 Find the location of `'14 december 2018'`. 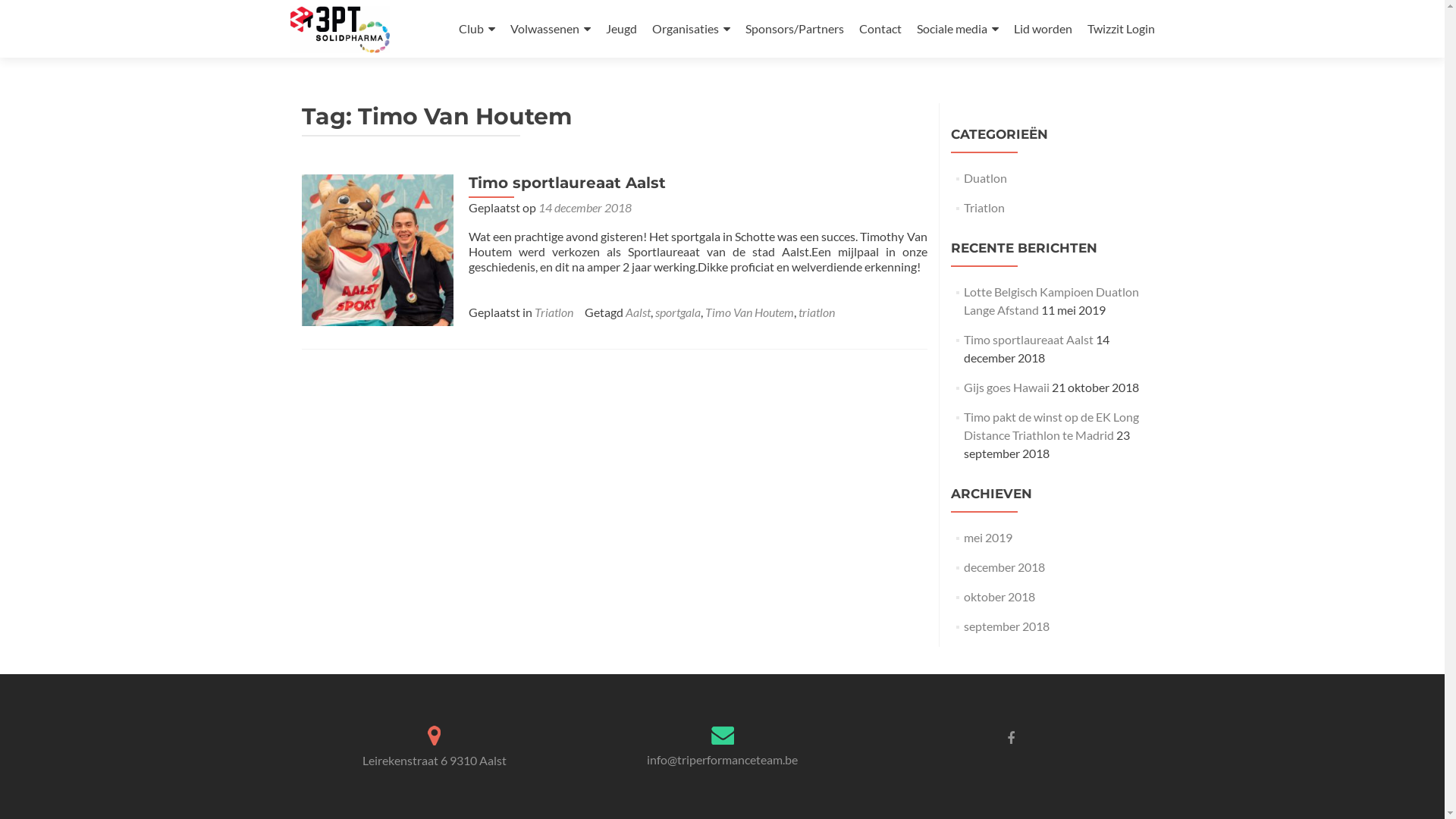

'14 december 2018' is located at coordinates (584, 207).